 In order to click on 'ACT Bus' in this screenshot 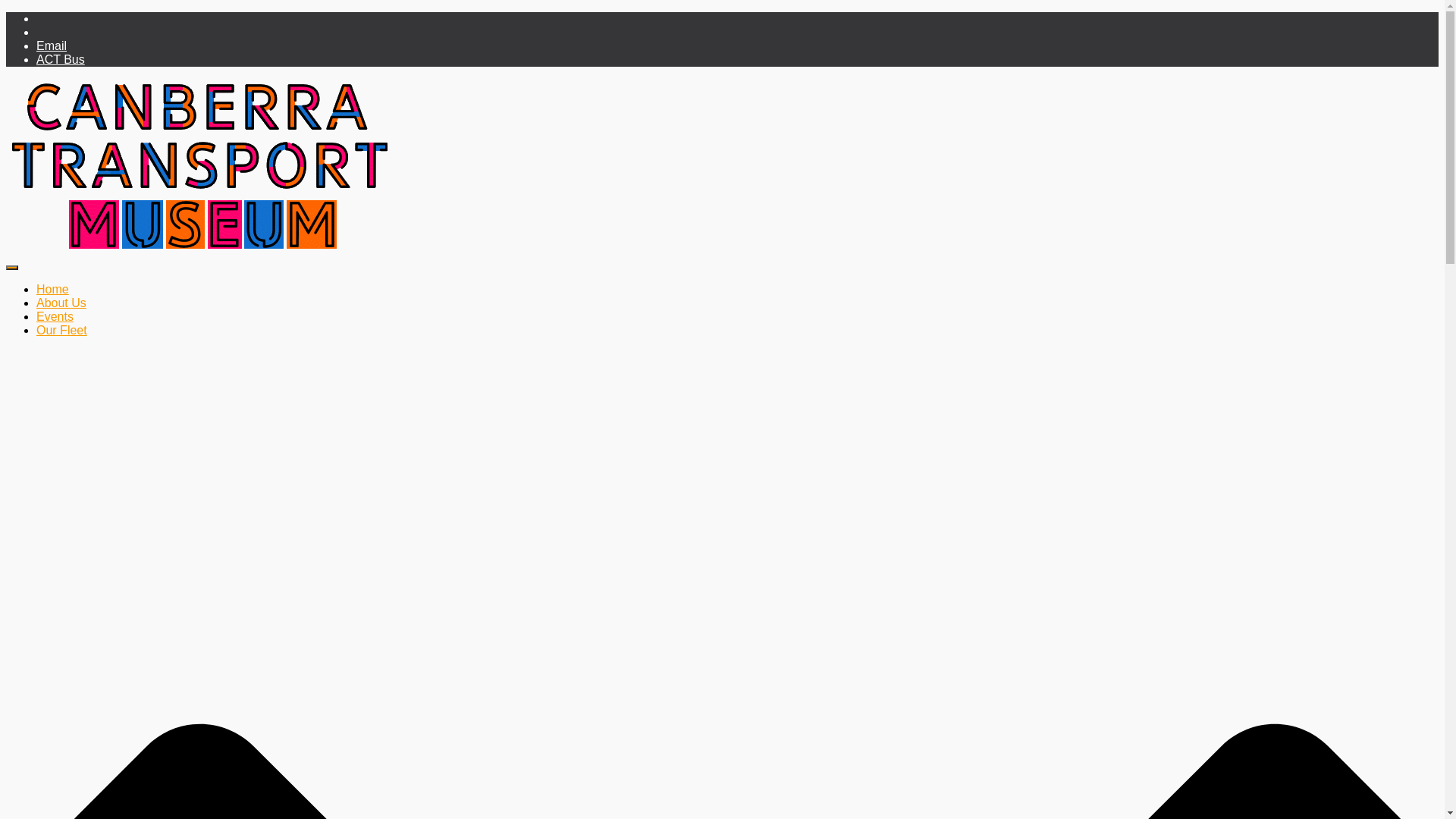, I will do `click(61, 58)`.